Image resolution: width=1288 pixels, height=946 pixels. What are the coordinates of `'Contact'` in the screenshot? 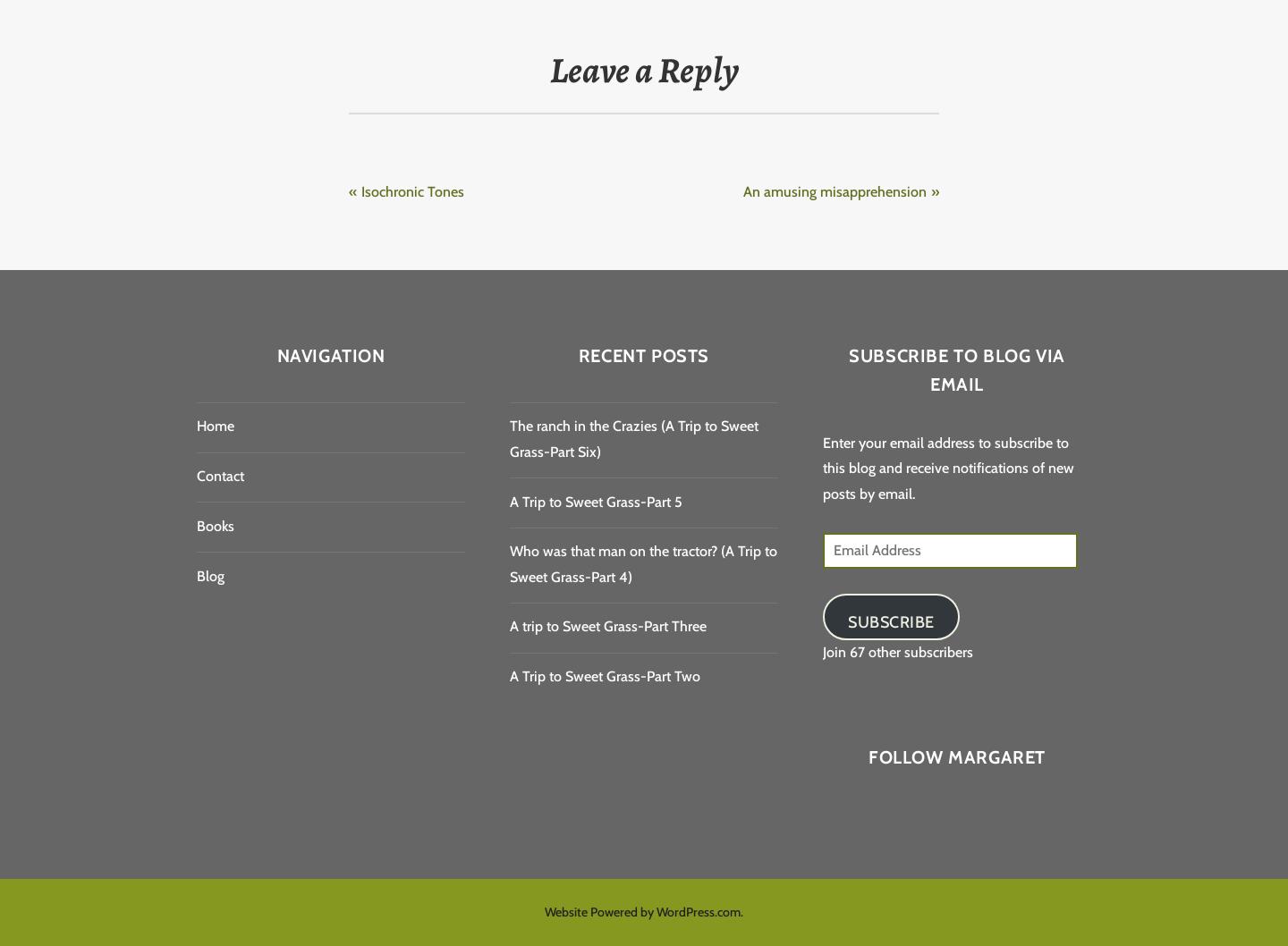 It's located at (219, 476).